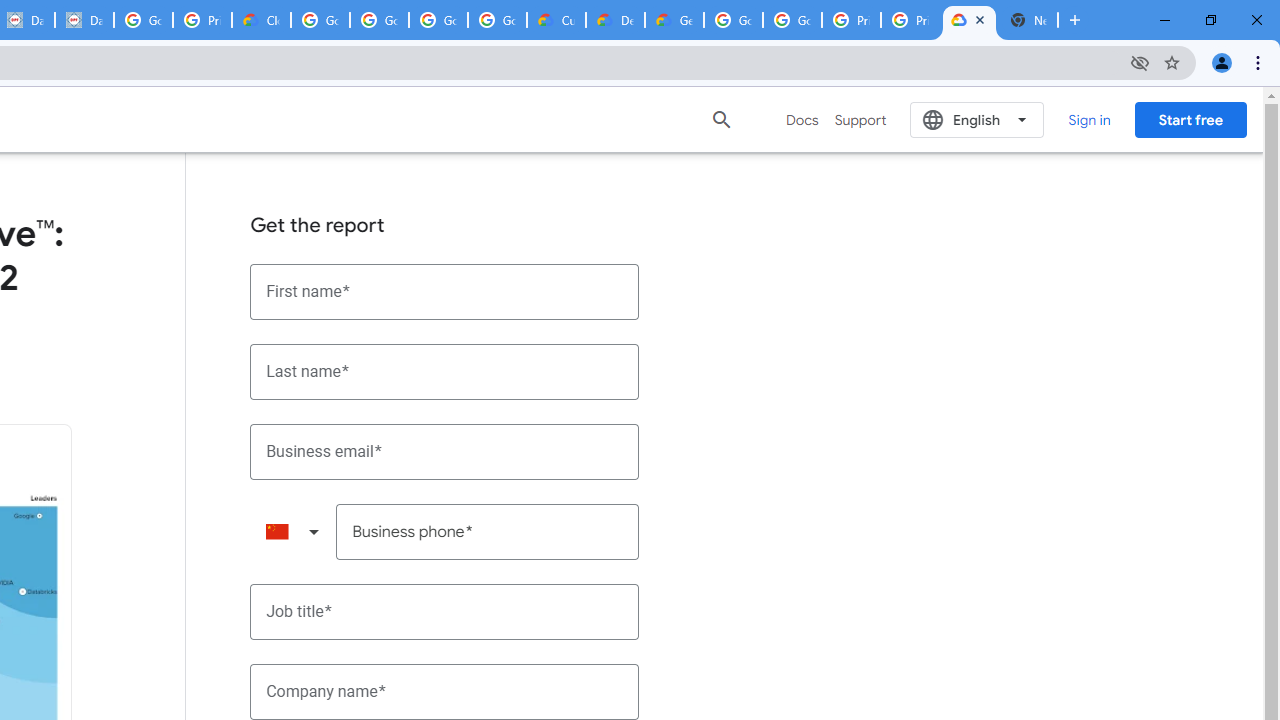 The width and height of the screenshot is (1280, 720). I want to click on 'Google Workspace - Specific Terms', so click(437, 20).